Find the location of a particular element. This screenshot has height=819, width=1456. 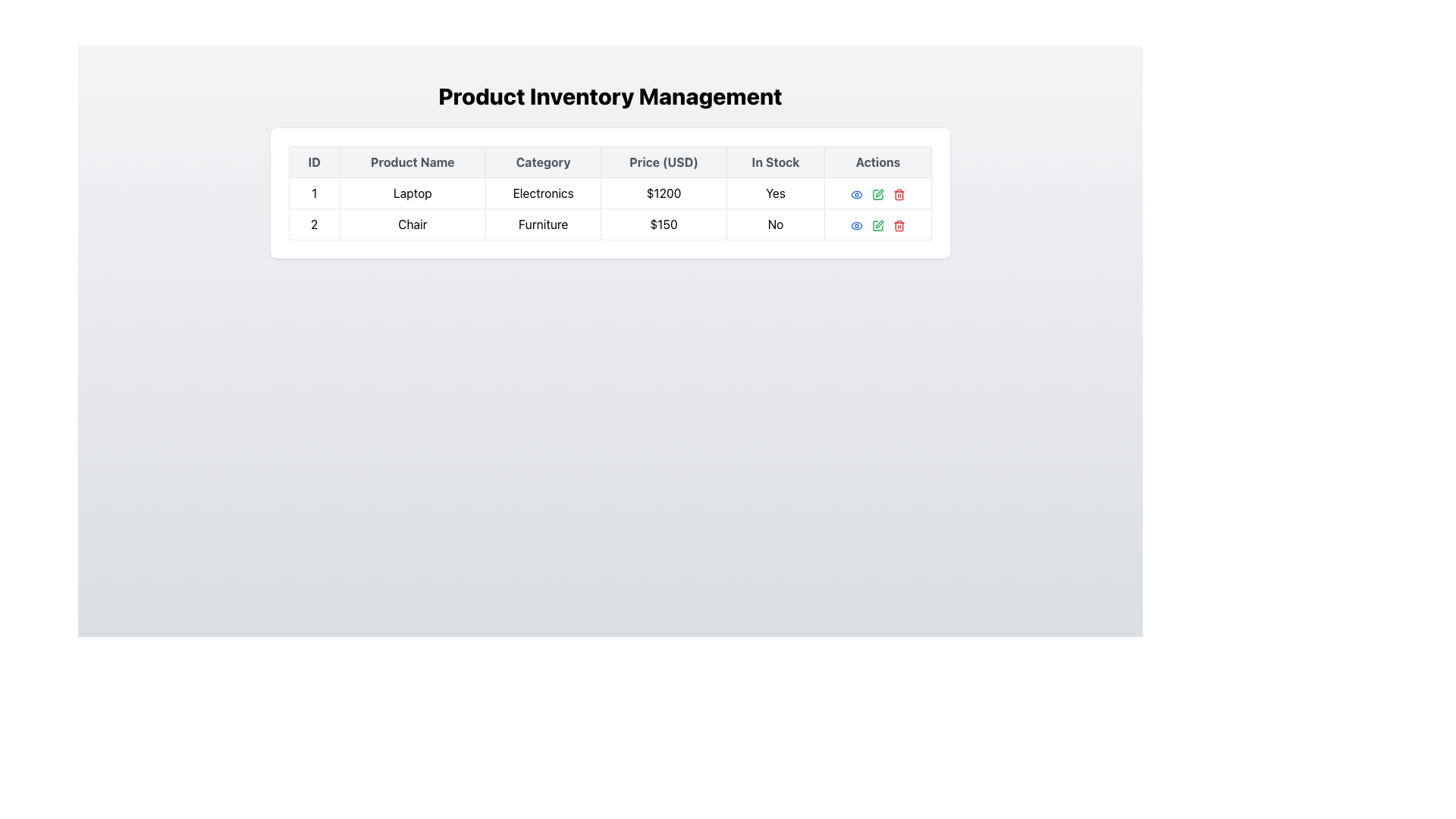

the first icon button in the 'Actions' column of the second row of the table is located at coordinates (856, 192).